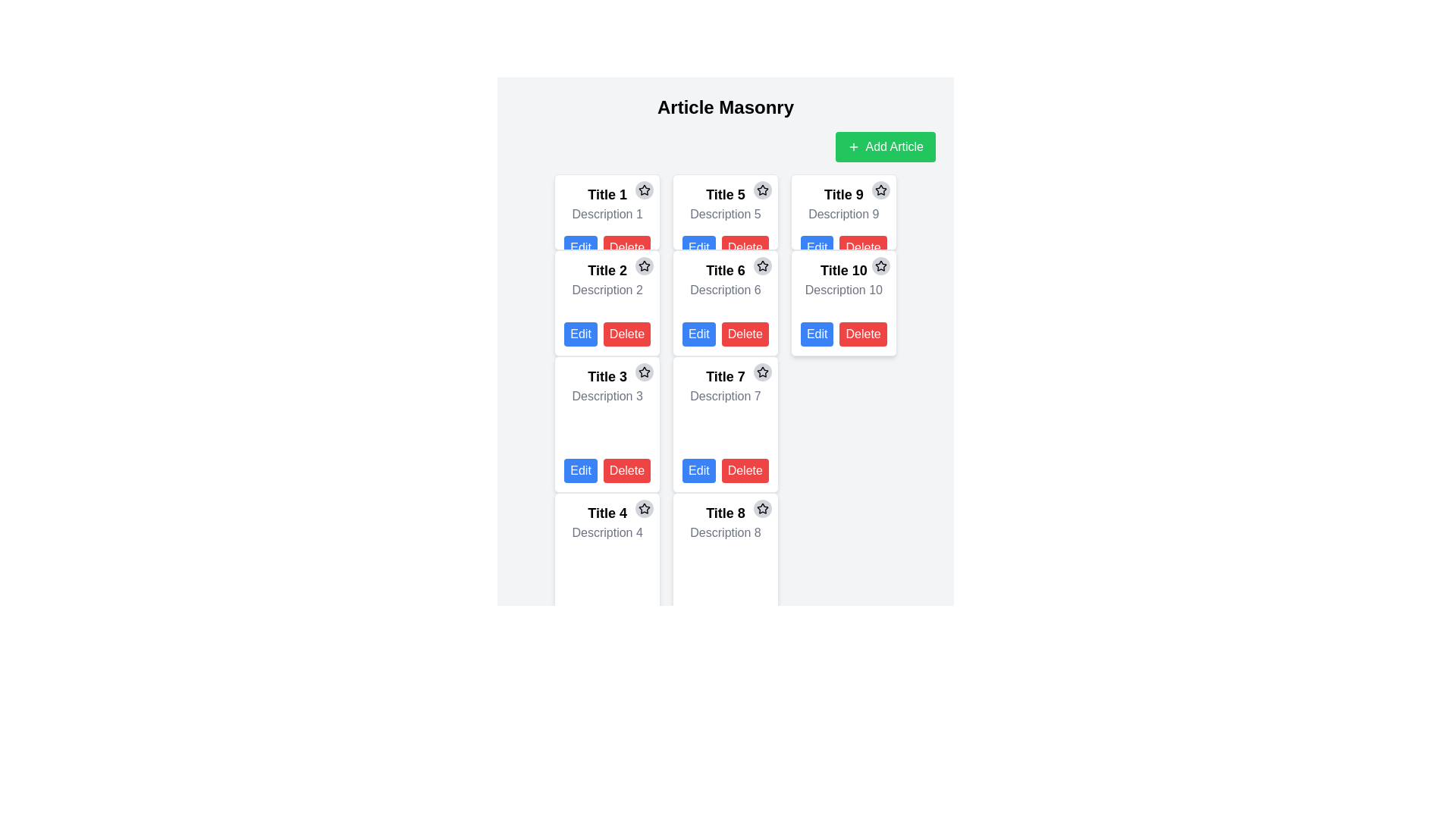 This screenshot has width=1456, height=819. What do you see at coordinates (762, 509) in the screenshot?
I see `the favorite button with a star icon located in the top-right corner of the card displaying 'Title 8'` at bounding box center [762, 509].